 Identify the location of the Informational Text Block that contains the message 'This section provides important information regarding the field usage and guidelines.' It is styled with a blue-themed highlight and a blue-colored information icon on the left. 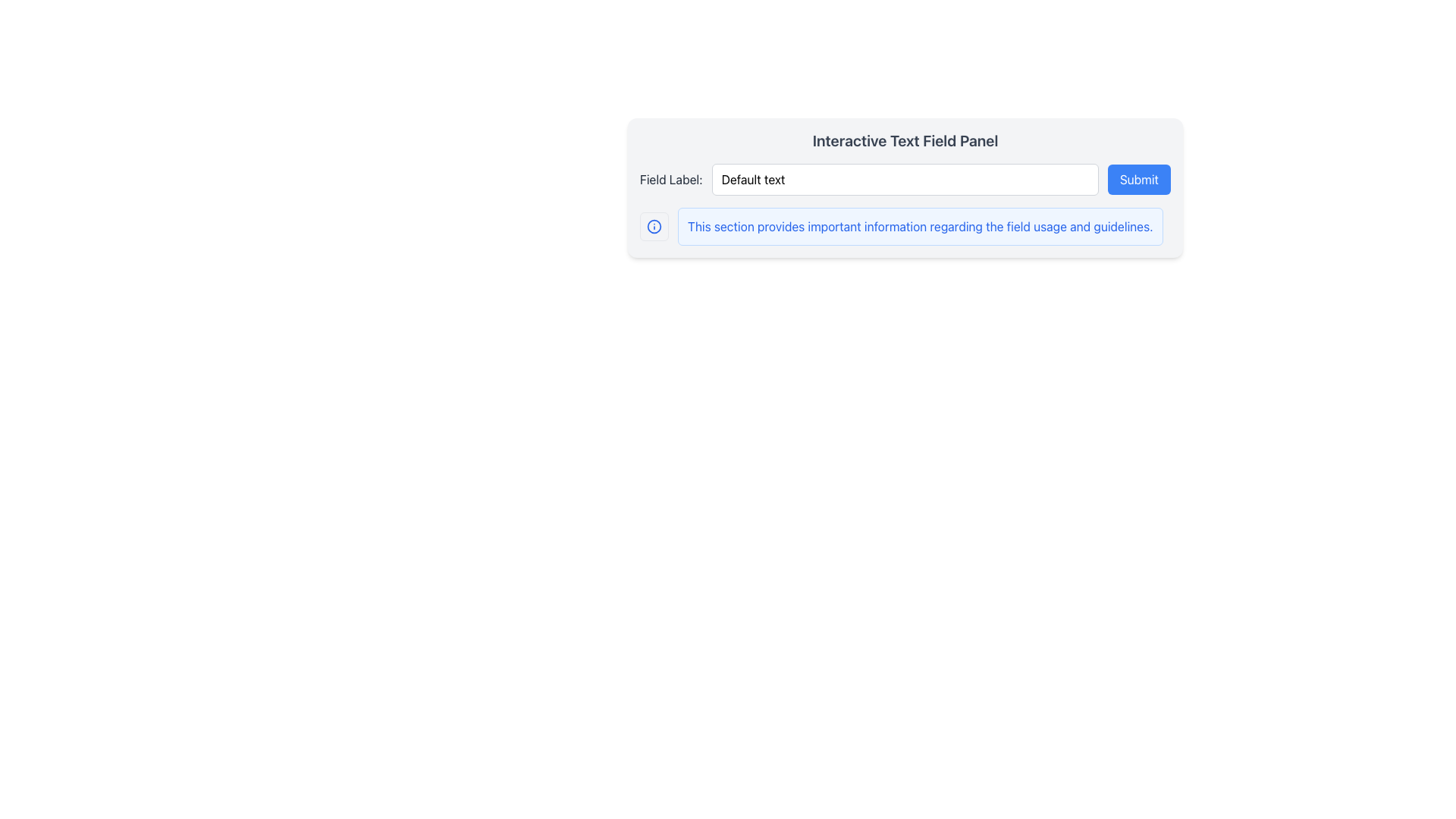
(905, 227).